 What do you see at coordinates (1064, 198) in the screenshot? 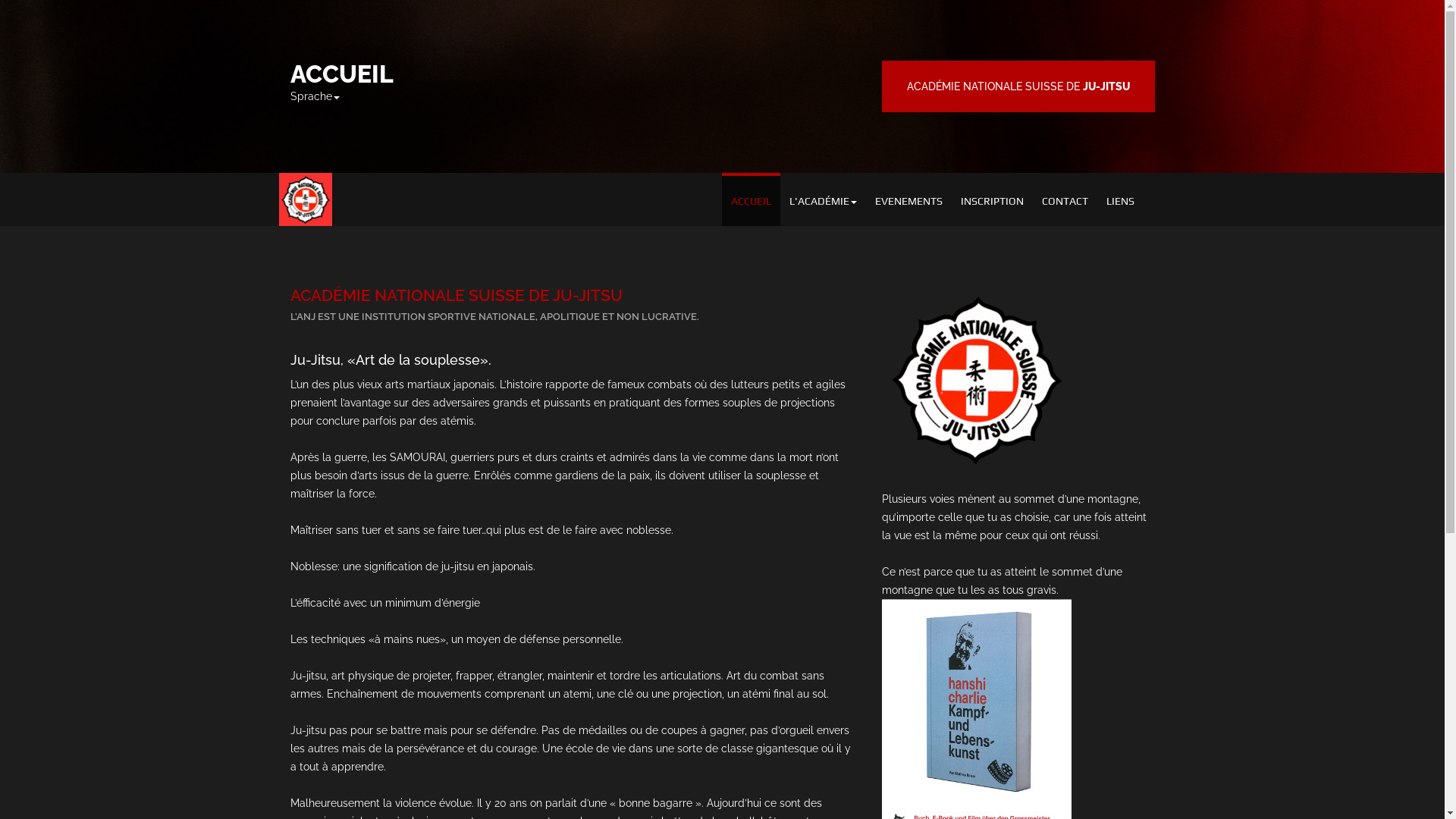
I see `'CONTACT'` at bounding box center [1064, 198].